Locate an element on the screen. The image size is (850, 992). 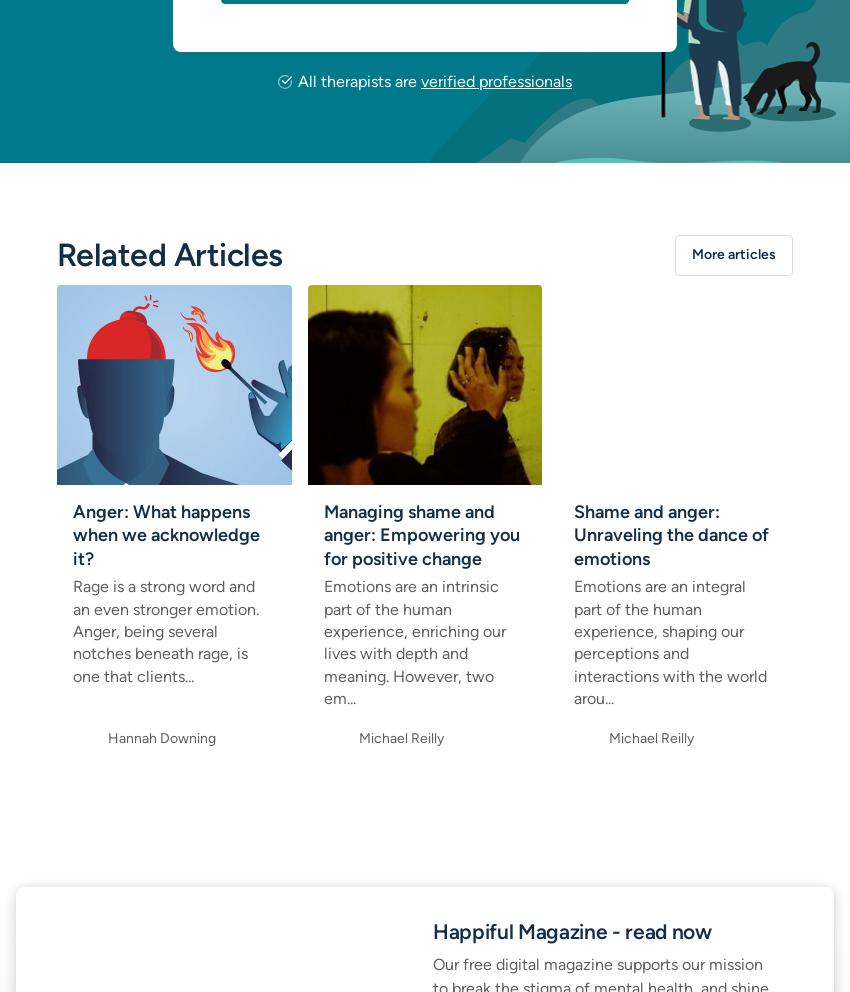
'Anger: What happens when we acknowledge it?' is located at coordinates (166, 533).